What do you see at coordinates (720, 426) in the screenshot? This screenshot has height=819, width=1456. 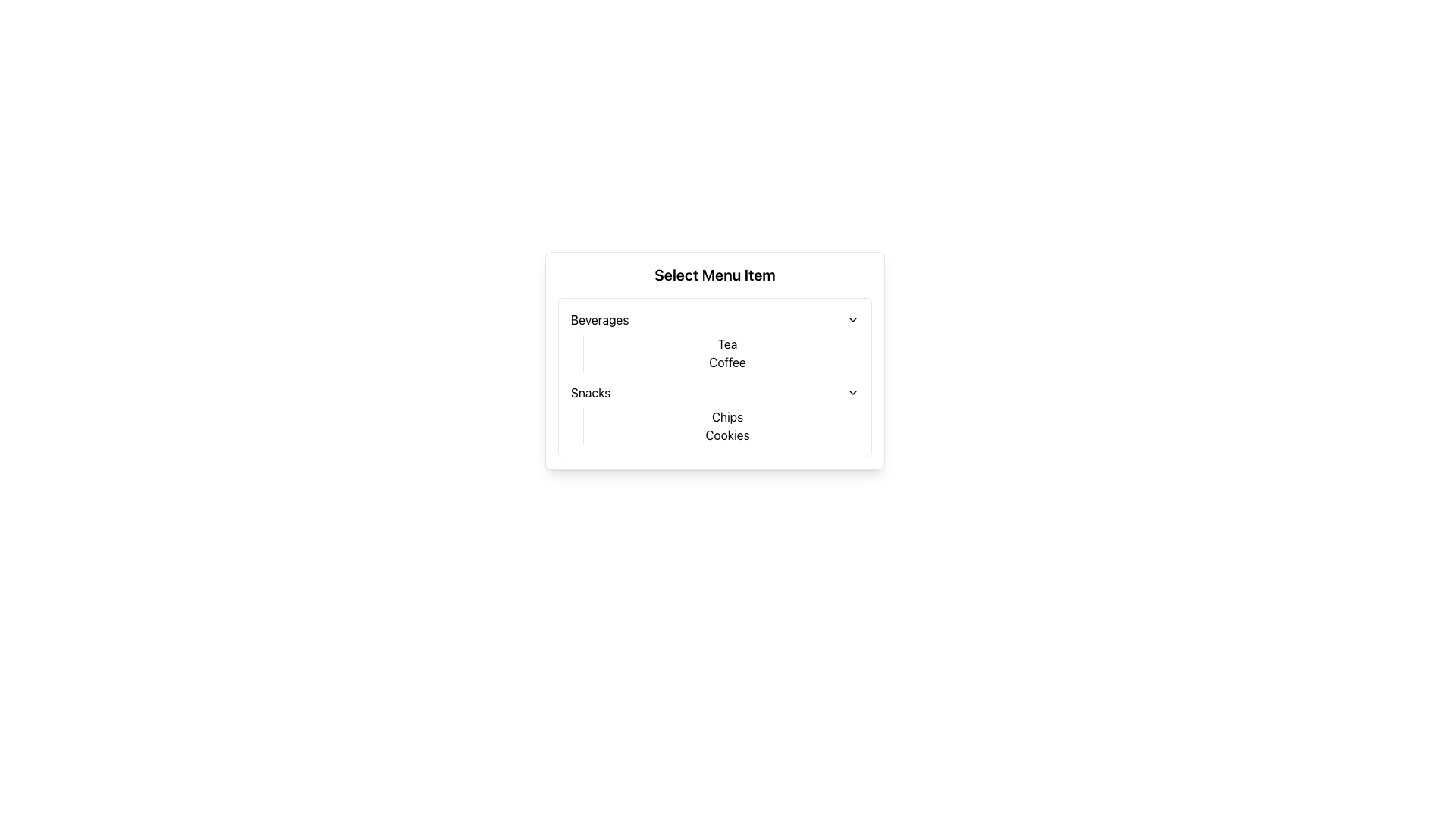 I see `options 'Chips' and 'Cookies' presented in the Text group within the dropdown menu under the 'Snacks' header` at bounding box center [720, 426].